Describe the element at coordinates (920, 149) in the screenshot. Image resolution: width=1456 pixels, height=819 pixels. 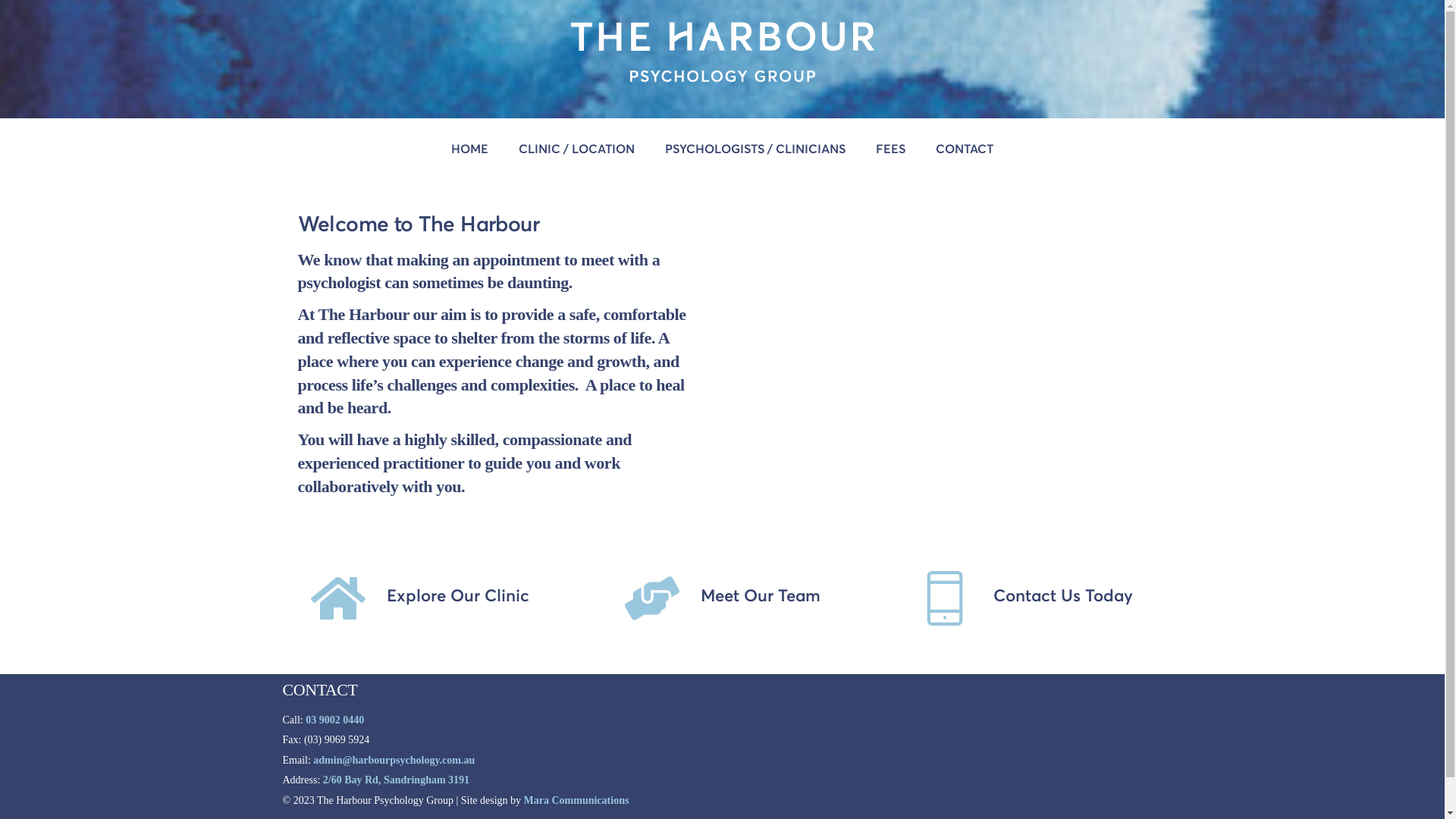
I see `'CONTACT'` at that location.